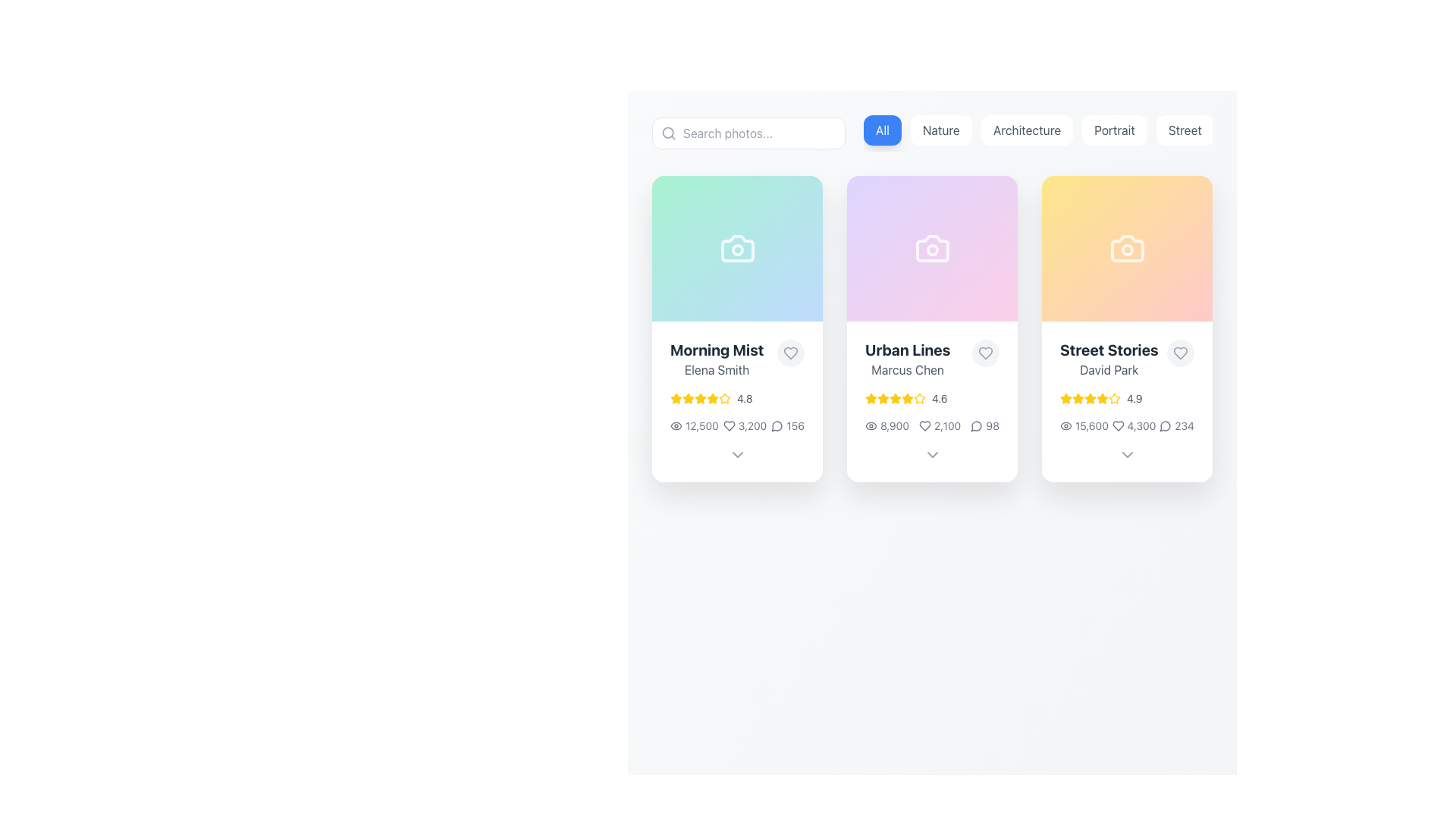 This screenshot has height=819, width=1456. Describe the element at coordinates (931, 247) in the screenshot. I see `the camera icon located centrally in the second card of a three-card layout with a violet-to-pink gradient background` at that location.